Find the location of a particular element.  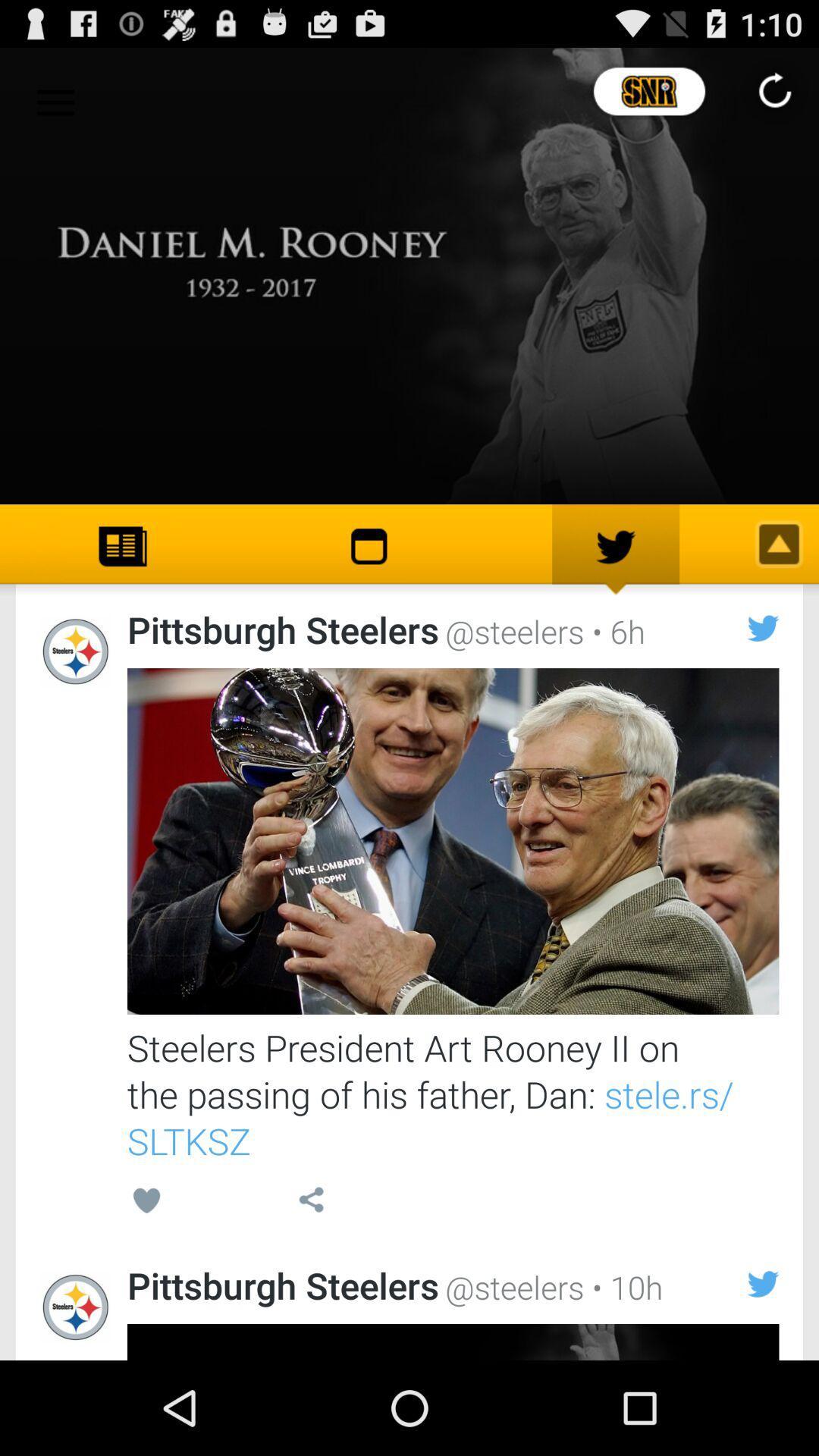

item next to the @steelers item is located at coordinates (614, 631).